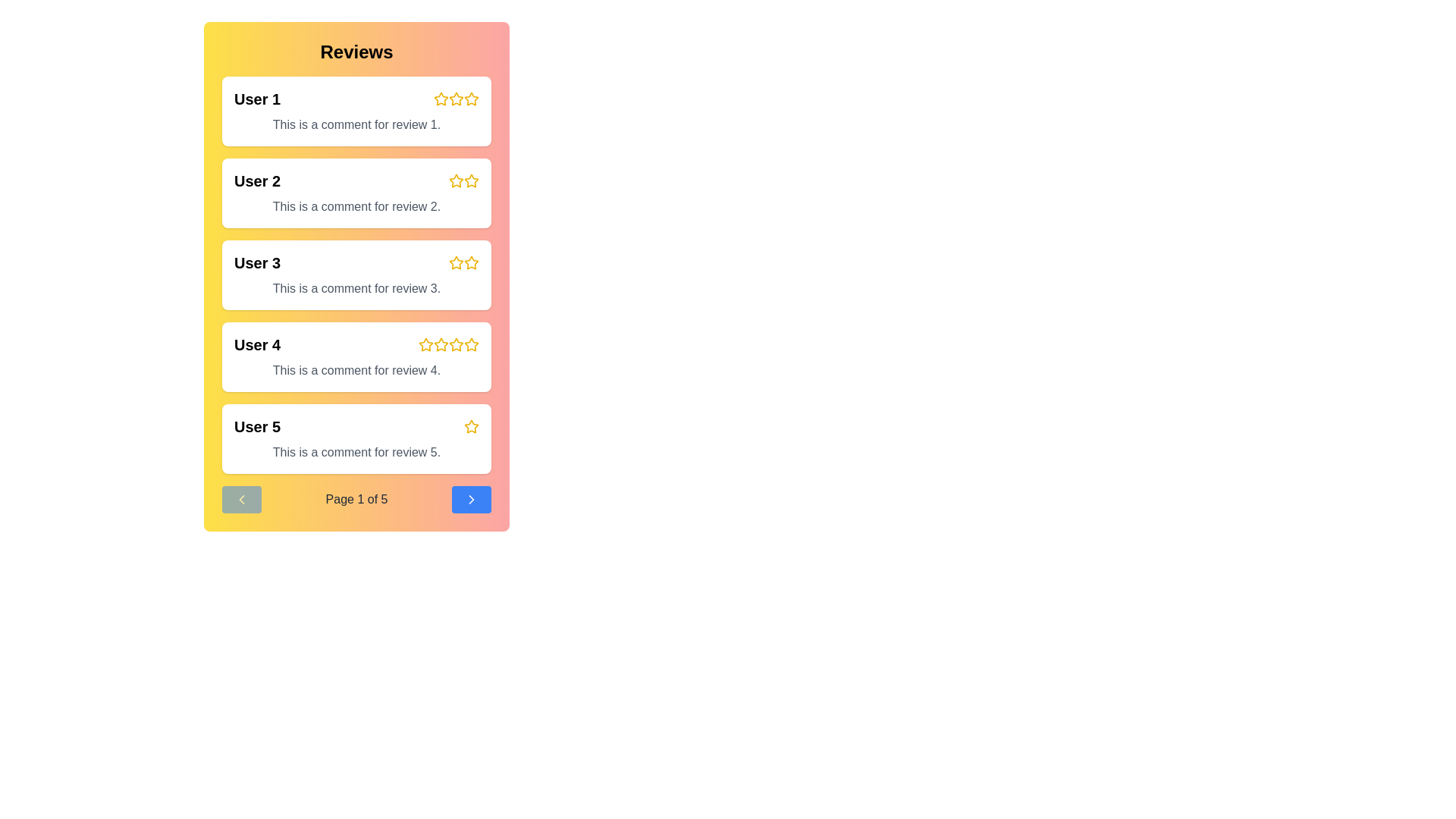 The height and width of the screenshot is (819, 1456). What do you see at coordinates (470, 500) in the screenshot?
I see `the blue rounded button with white text and a right-pointing arrow icon` at bounding box center [470, 500].